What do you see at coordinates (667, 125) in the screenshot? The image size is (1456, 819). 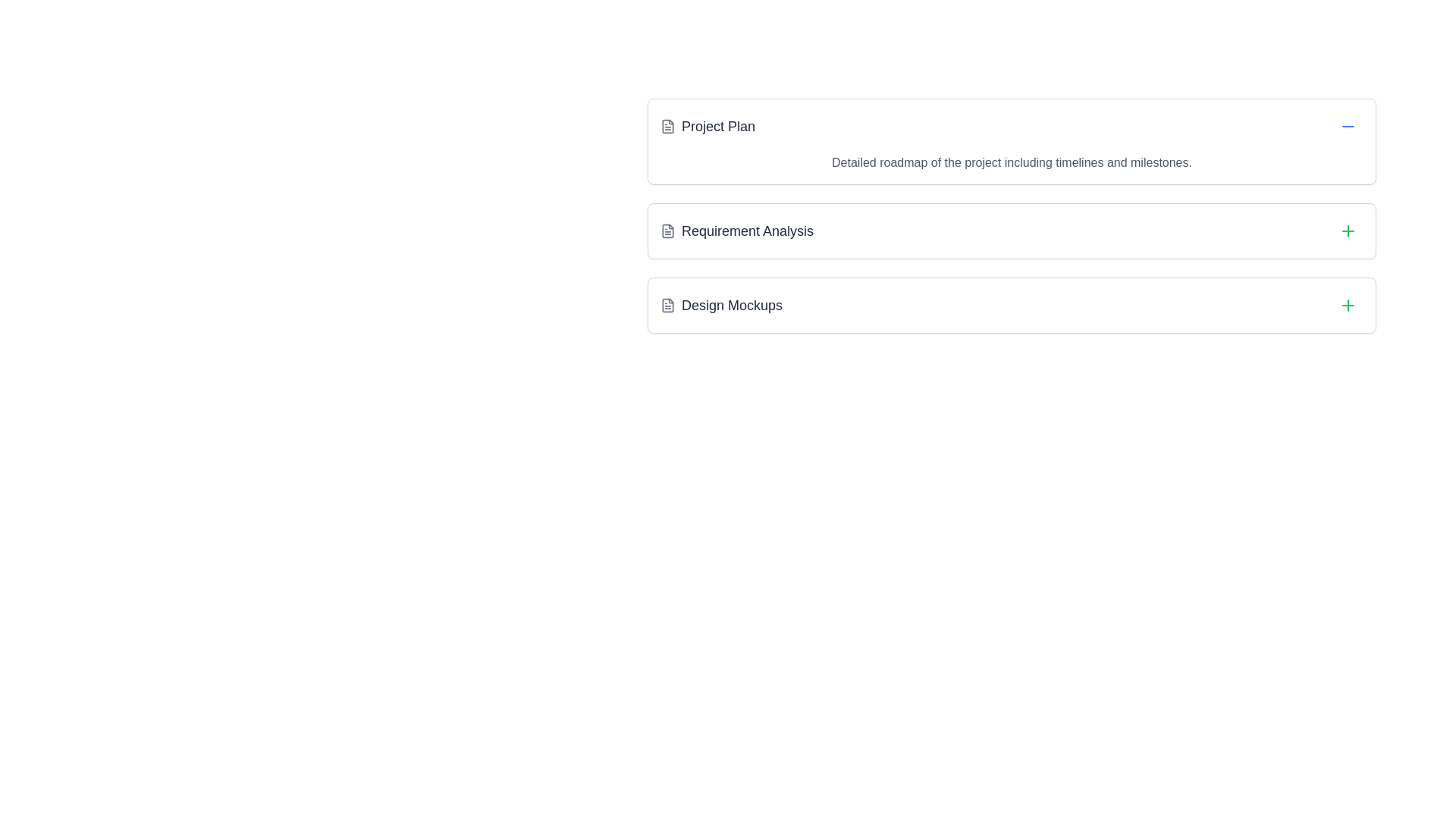 I see `the graphical icon representing a document or file, which is the first icon in the grouped icon set above the 'Requirement Analysis' section` at bounding box center [667, 125].